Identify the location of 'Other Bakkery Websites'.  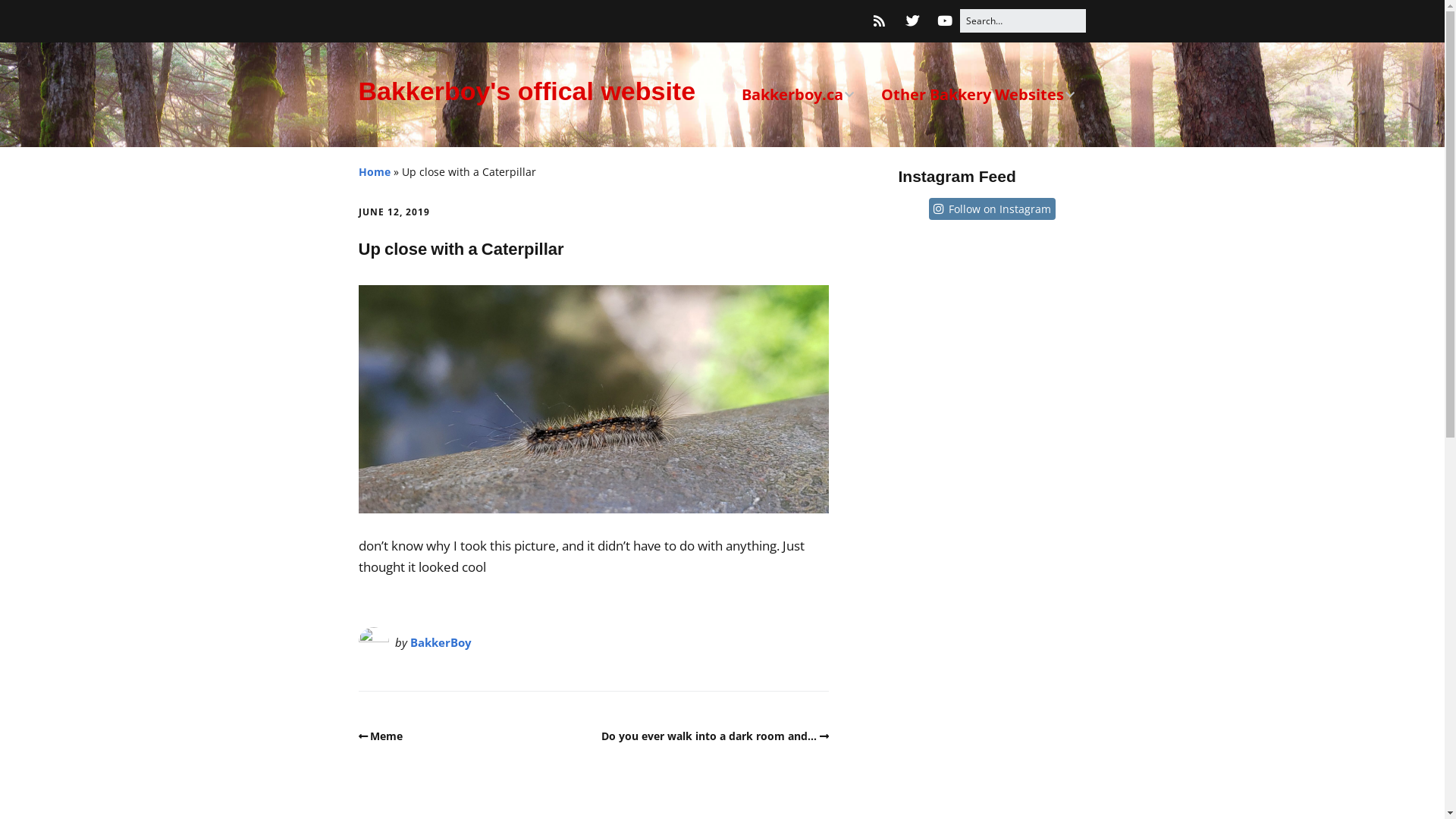
(977, 94).